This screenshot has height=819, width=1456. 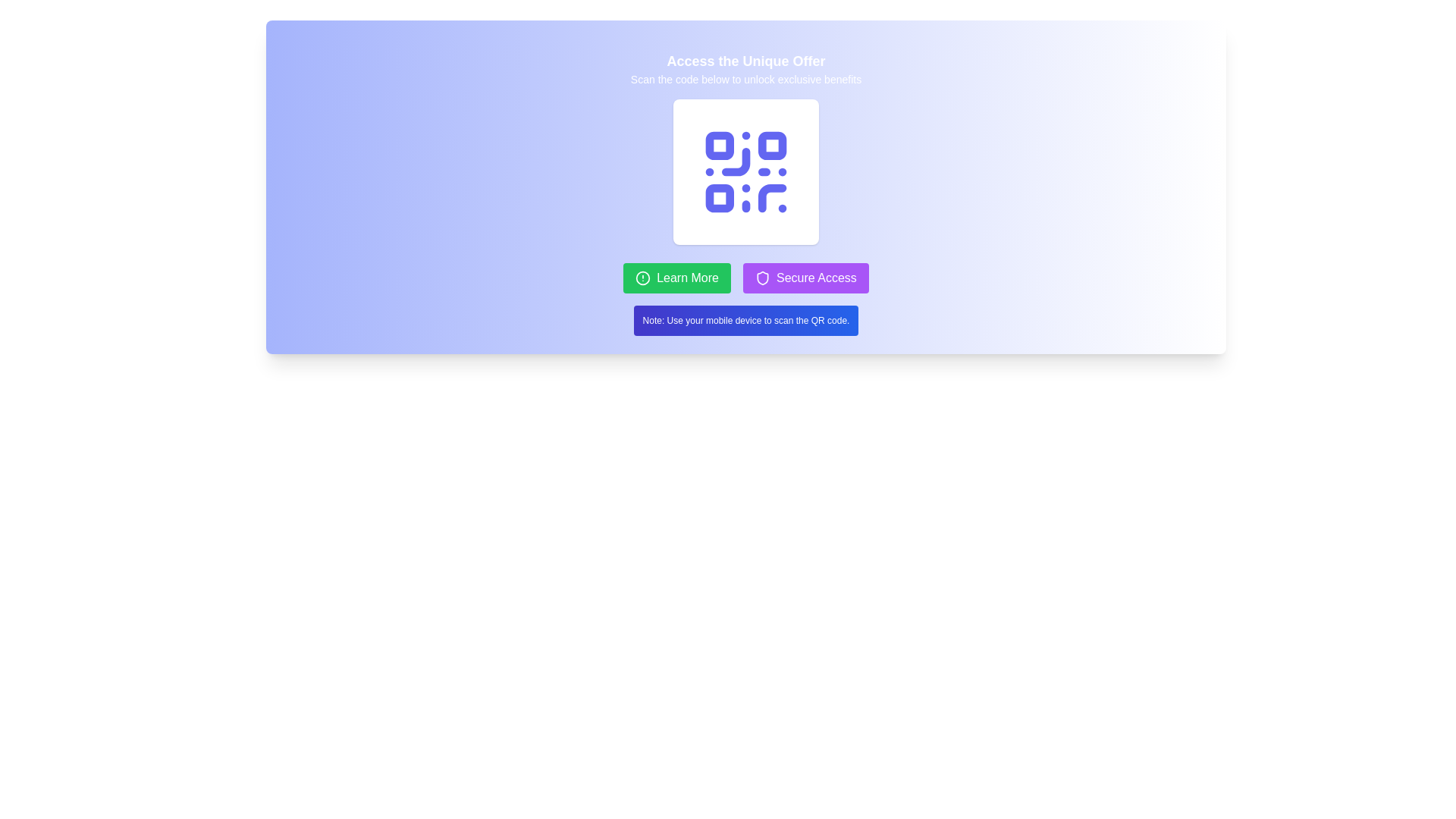 What do you see at coordinates (719, 146) in the screenshot?
I see `the top-left square block of the QR code, which is a small square shape with slightly rounded corners and filled with a solid color` at bounding box center [719, 146].